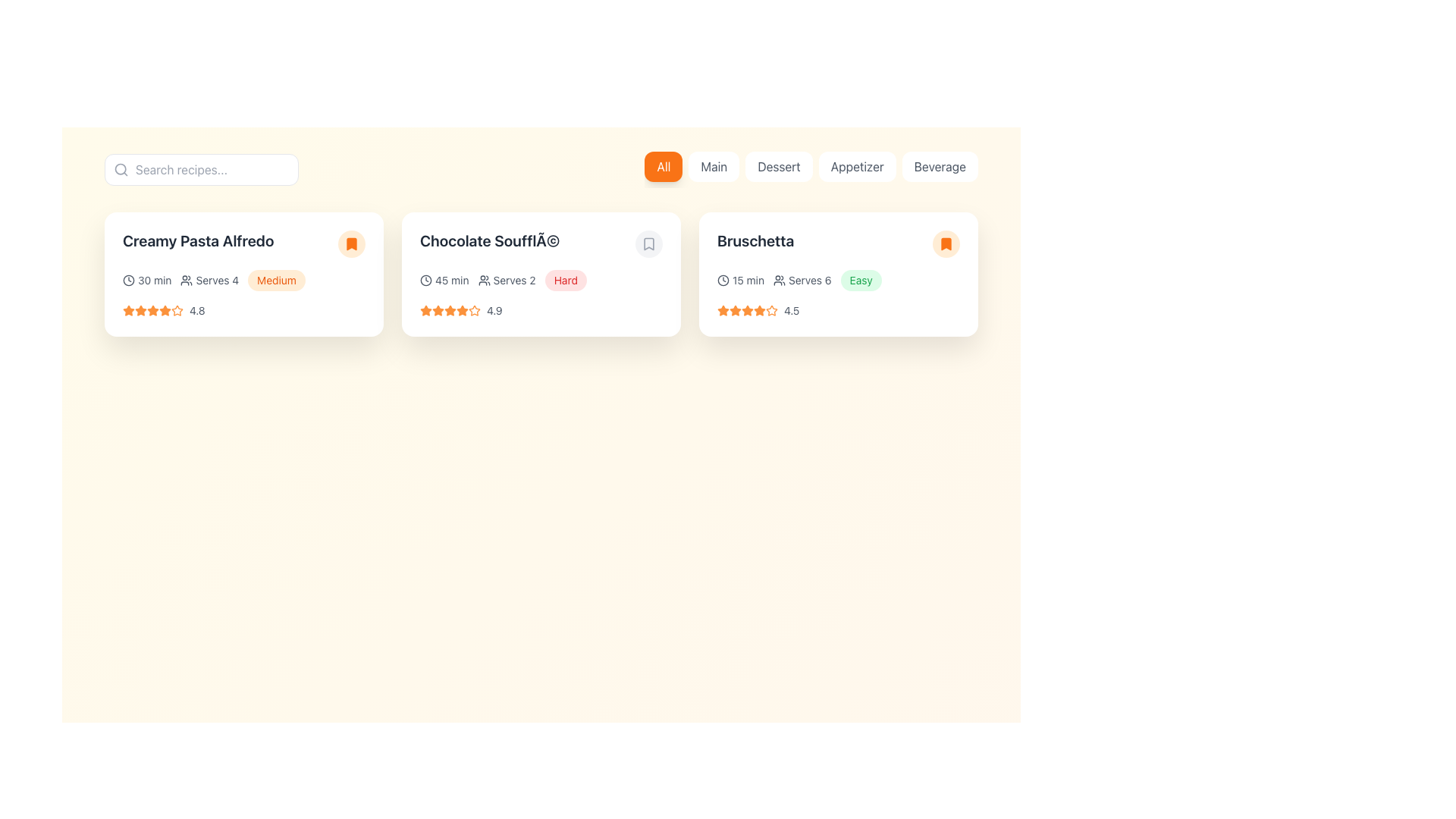 The image size is (1456, 819). What do you see at coordinates (437, 309) in the screenshot?
I see `the second star icon in the rating system for the 'Chocolate Soufflé'` at bounding box center [437, 309].